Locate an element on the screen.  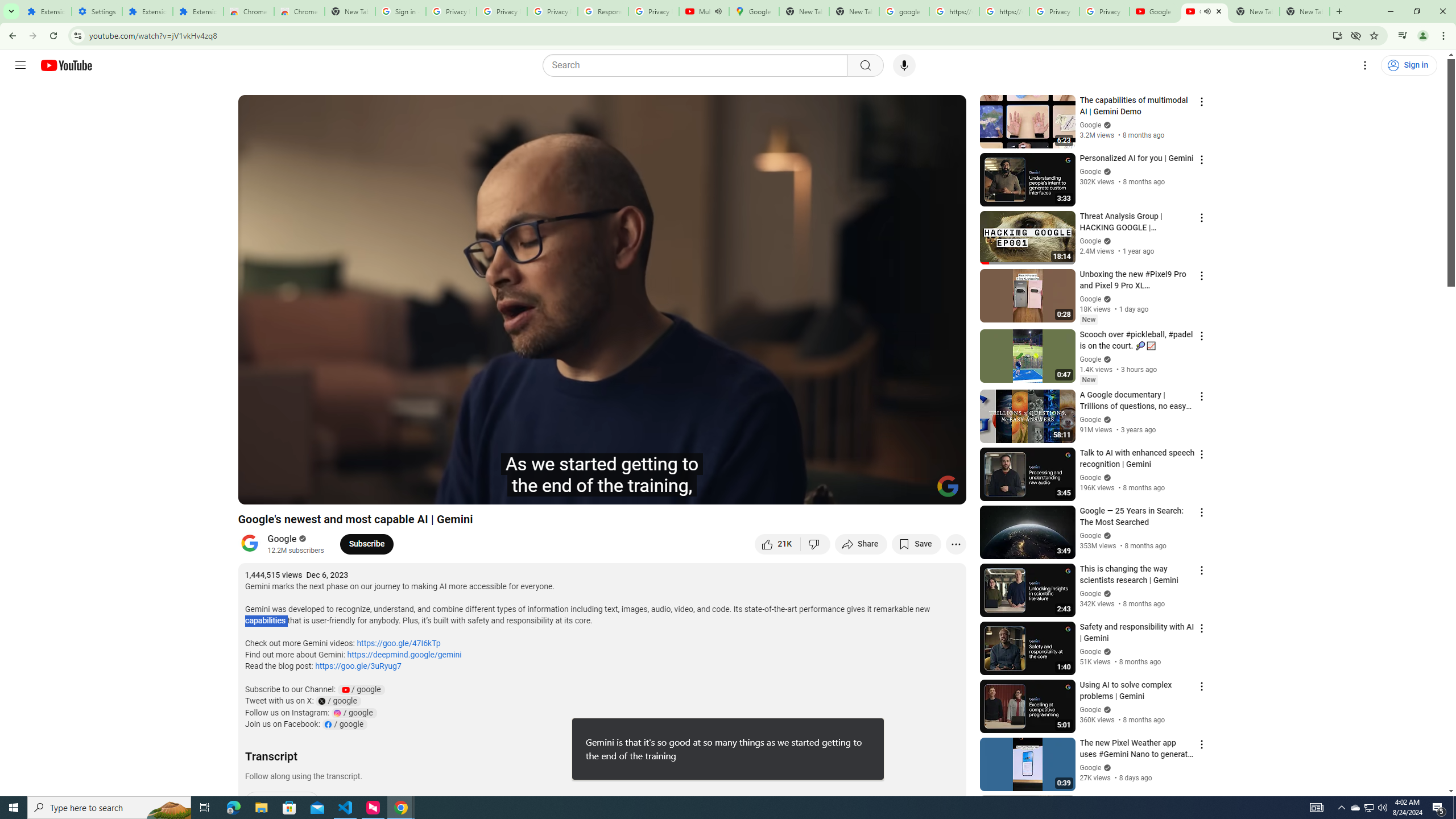
'Search with your voice' is located at coordinates (904, 65).